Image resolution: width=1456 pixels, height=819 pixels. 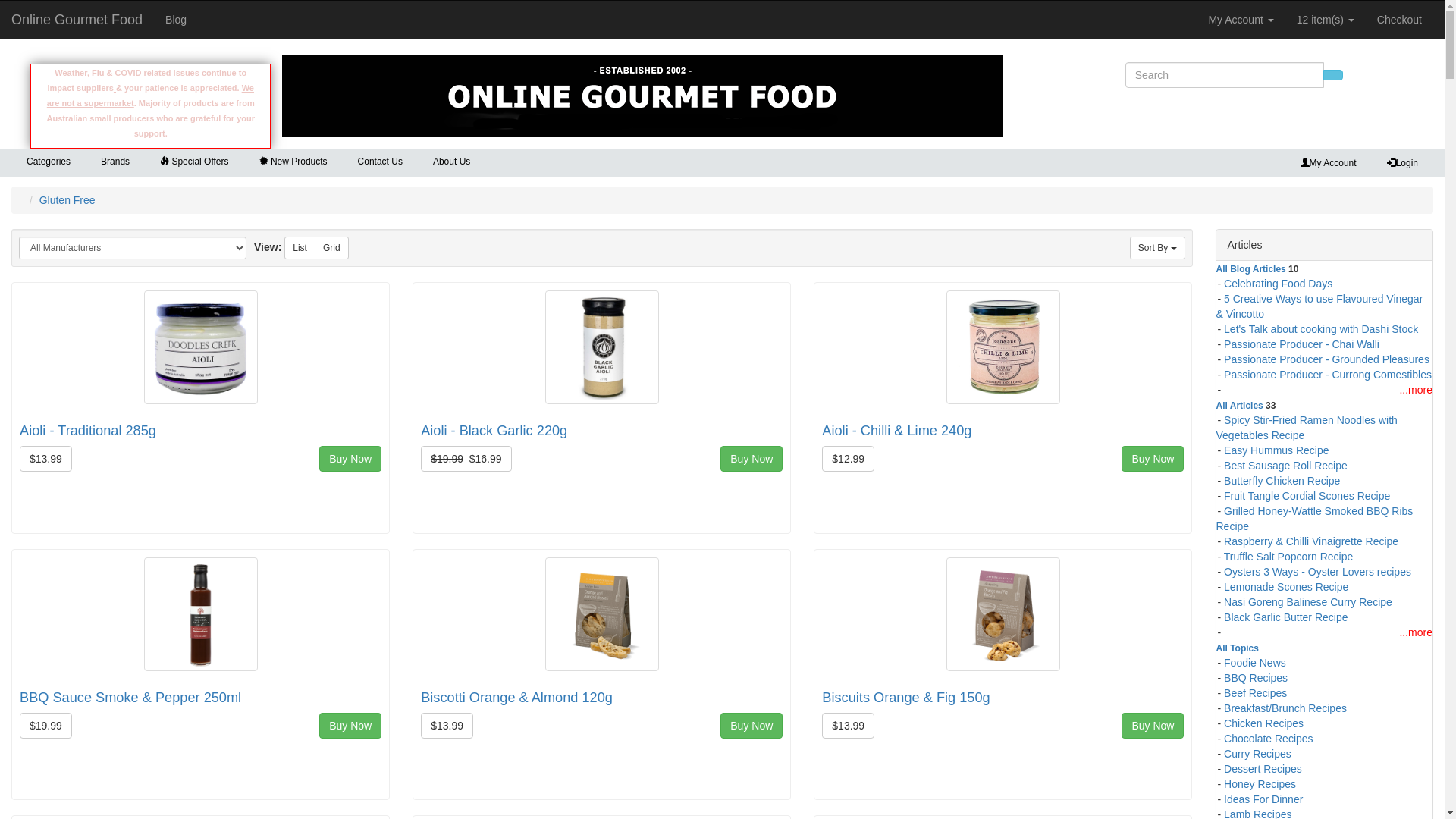 I want to click on '12 item(s)', so click(x=1324, y=20).